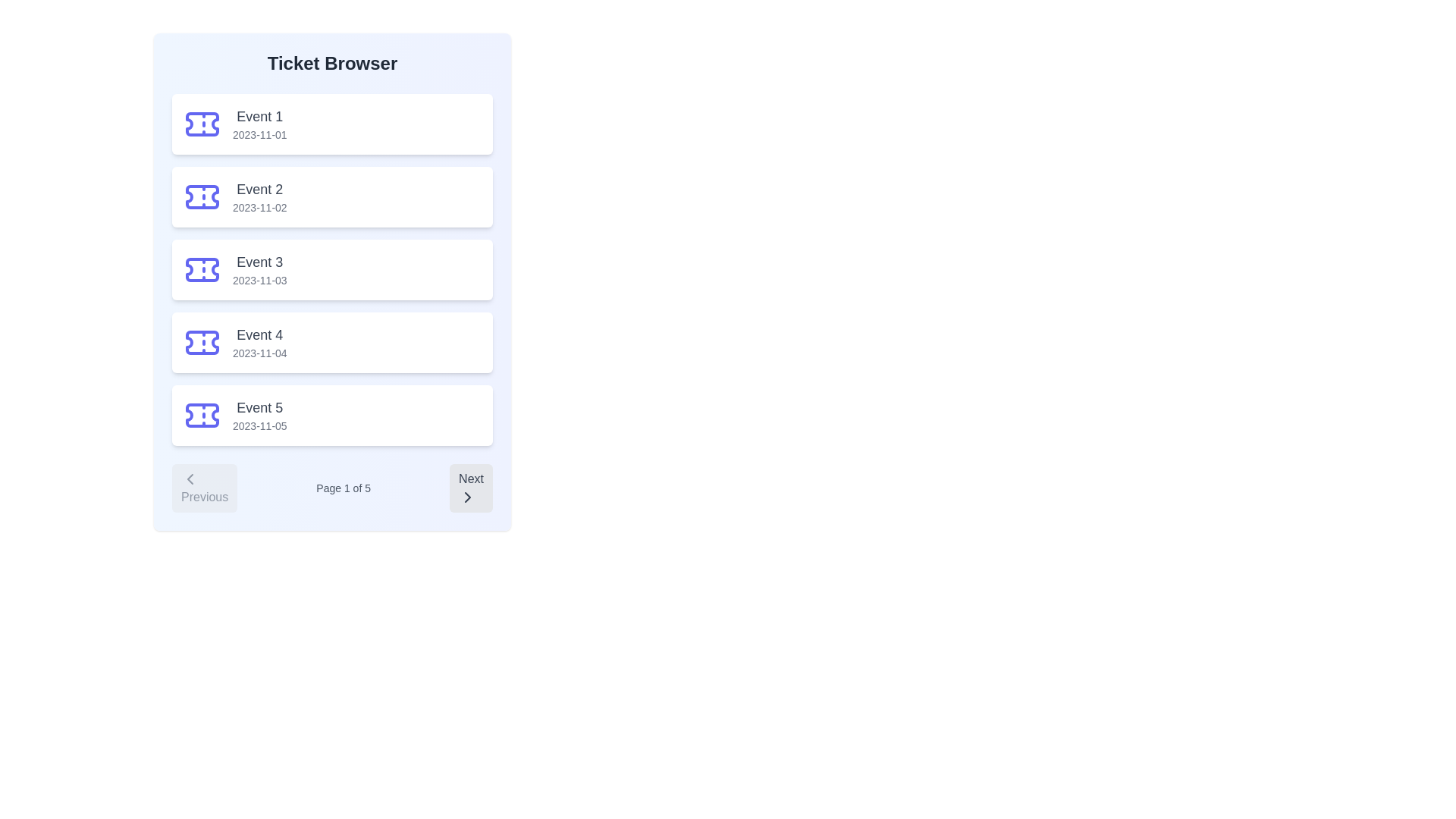 The height and width of the screenshot is (819, 1456). I want to click on the chevron icon located within the left-side button labeled 'Previous' in the pagination control section at the bottom of the pane, so click(189, 479).